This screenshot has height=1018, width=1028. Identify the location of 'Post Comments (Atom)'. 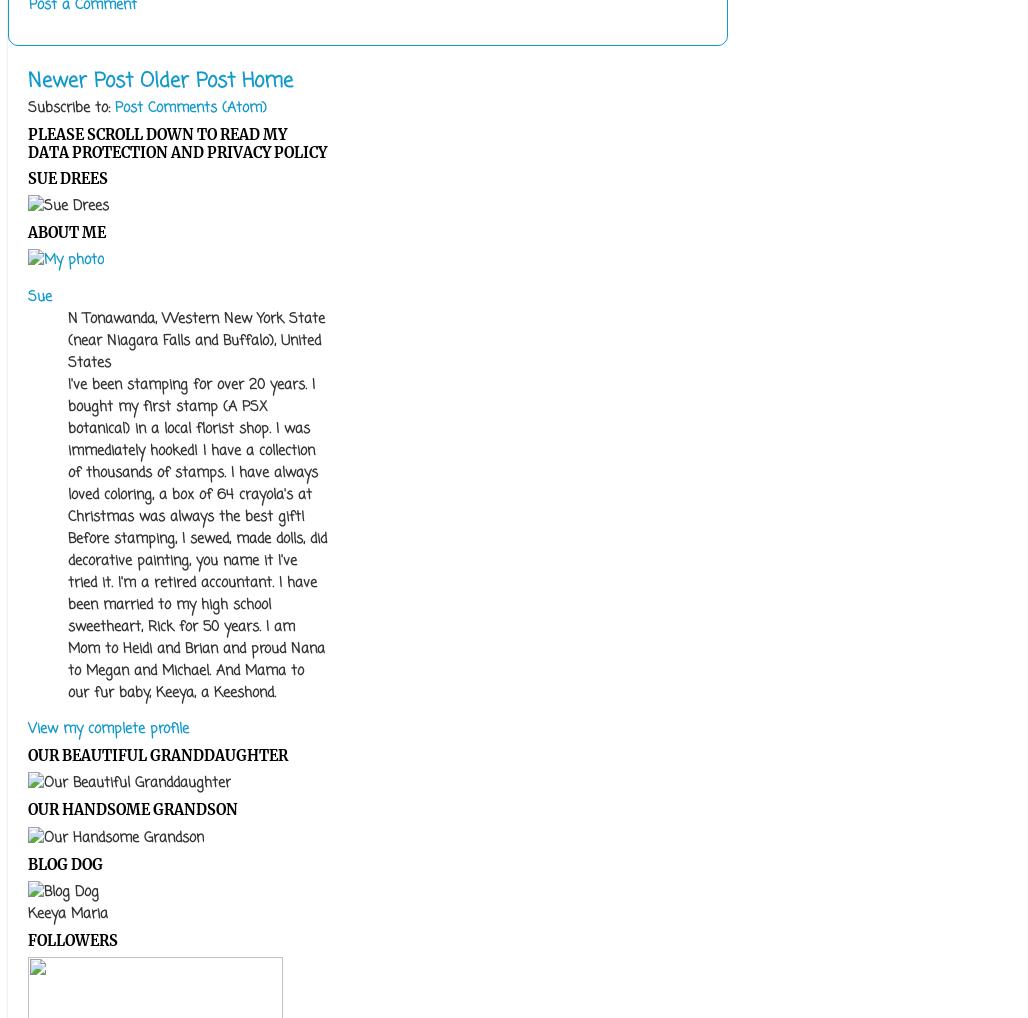
(191, 107).